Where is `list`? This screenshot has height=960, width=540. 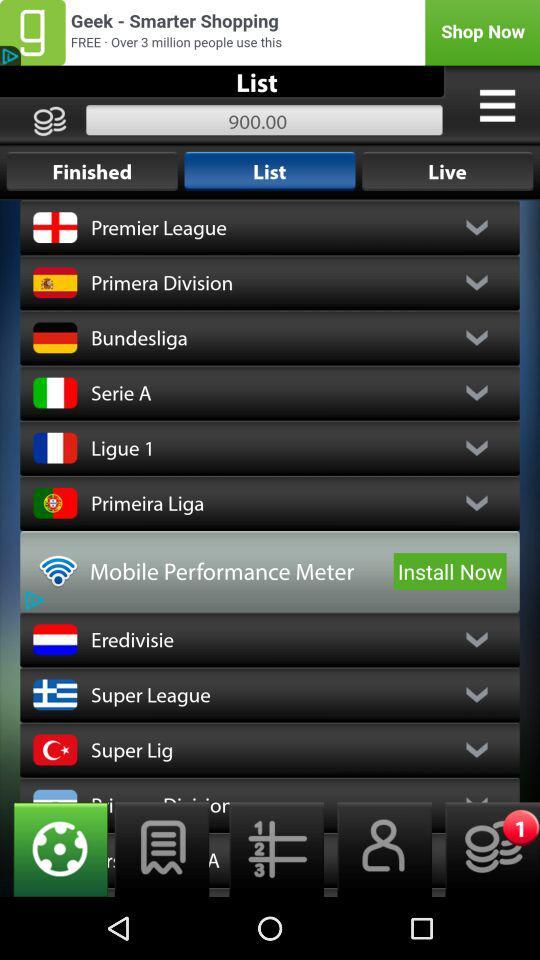 list is located at coordinates (161, 848).